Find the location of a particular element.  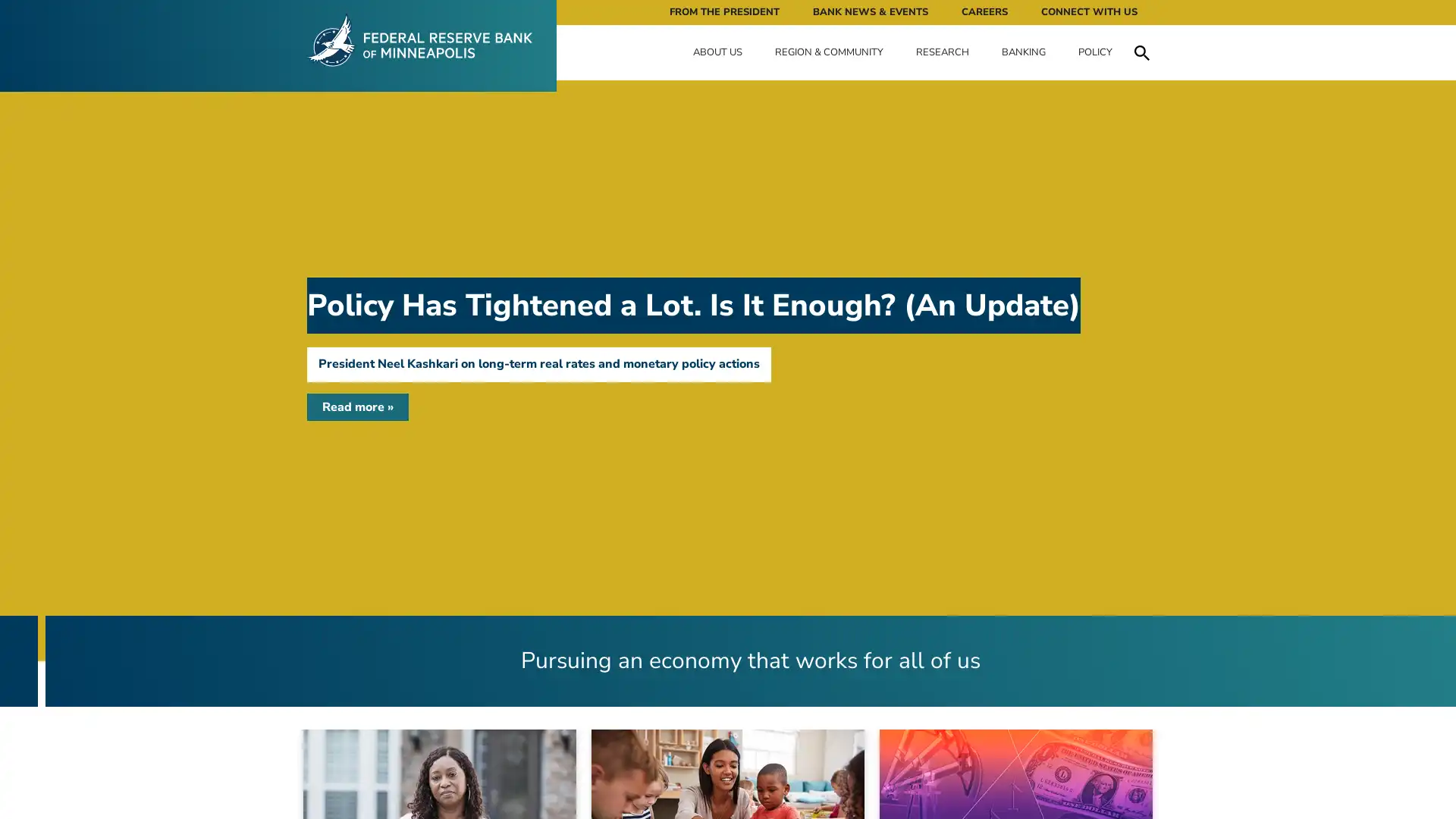

Toggle Search is located at coordinates (1141, 52).